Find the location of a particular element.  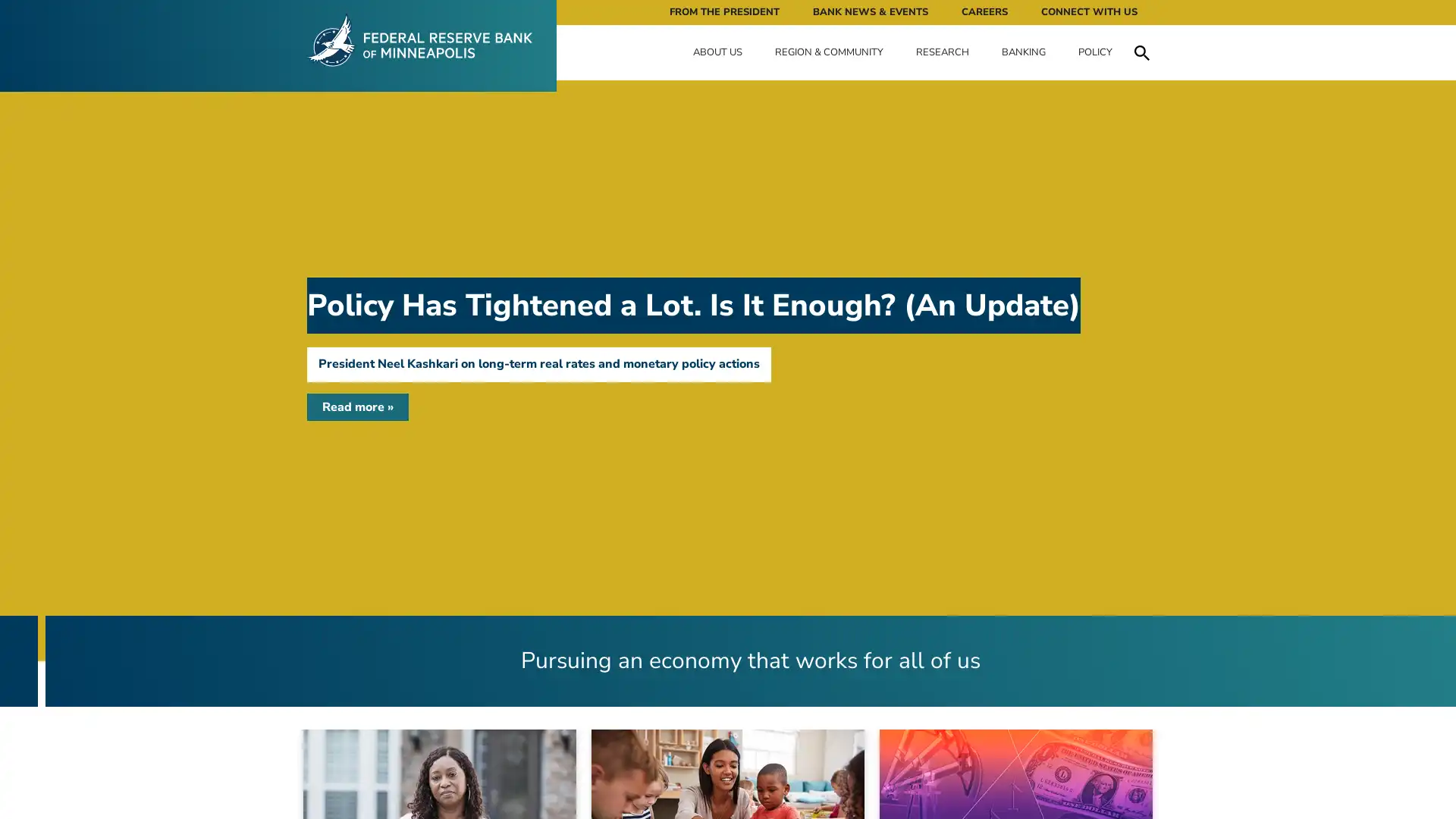

Toggle Search is located at coordinates (1141, 52).